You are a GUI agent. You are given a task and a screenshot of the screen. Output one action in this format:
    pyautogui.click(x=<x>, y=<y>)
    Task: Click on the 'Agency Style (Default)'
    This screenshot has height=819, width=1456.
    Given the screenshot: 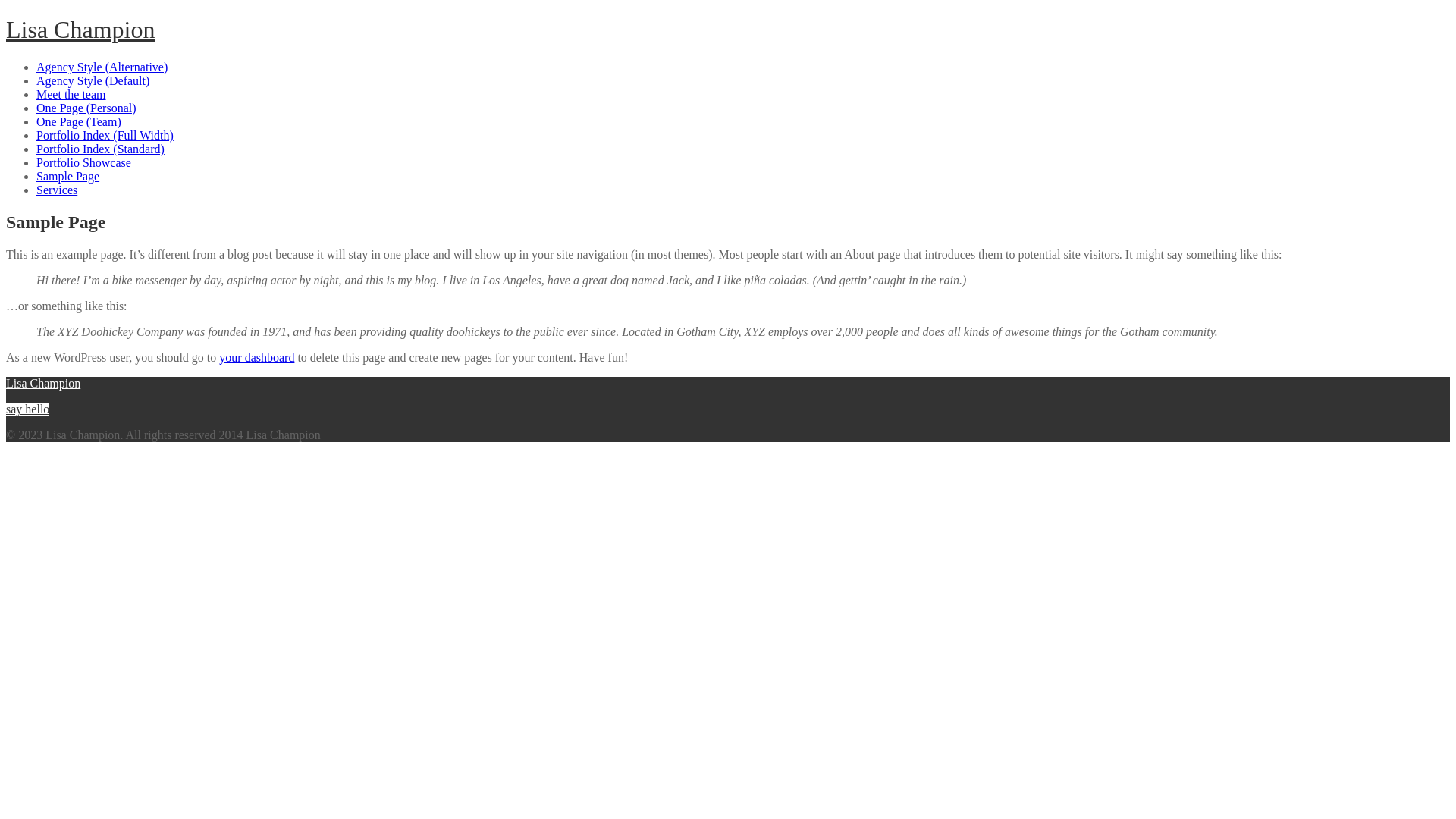 What is the action you would take?
    pyautogui.click(x=92, y=80)
    